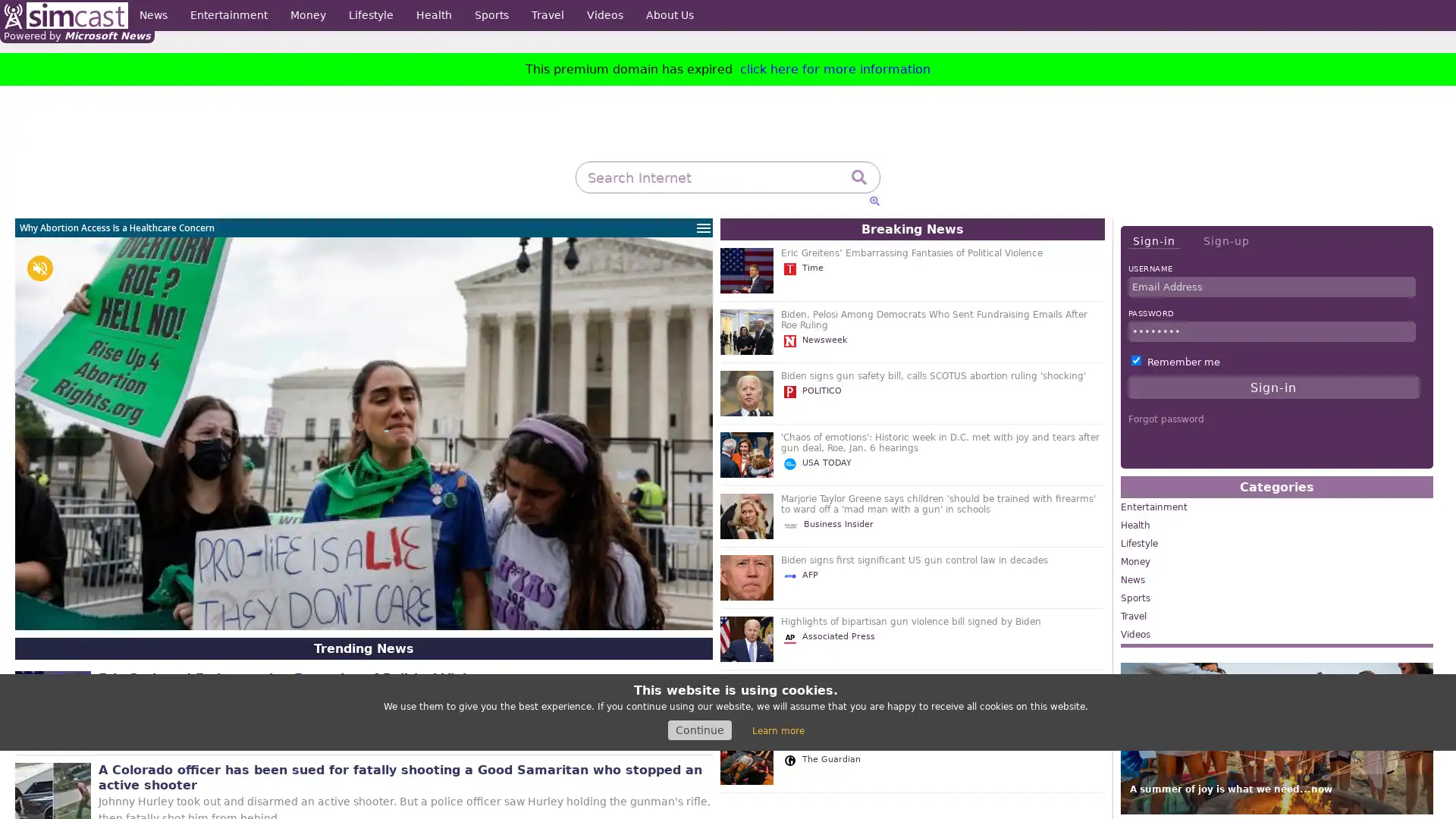 Image resolution: width=1456 pixels, height=819 pixels. Describe the element at coordinates (1225, 240) in the screenshot. I see `Sign-up` at that location.